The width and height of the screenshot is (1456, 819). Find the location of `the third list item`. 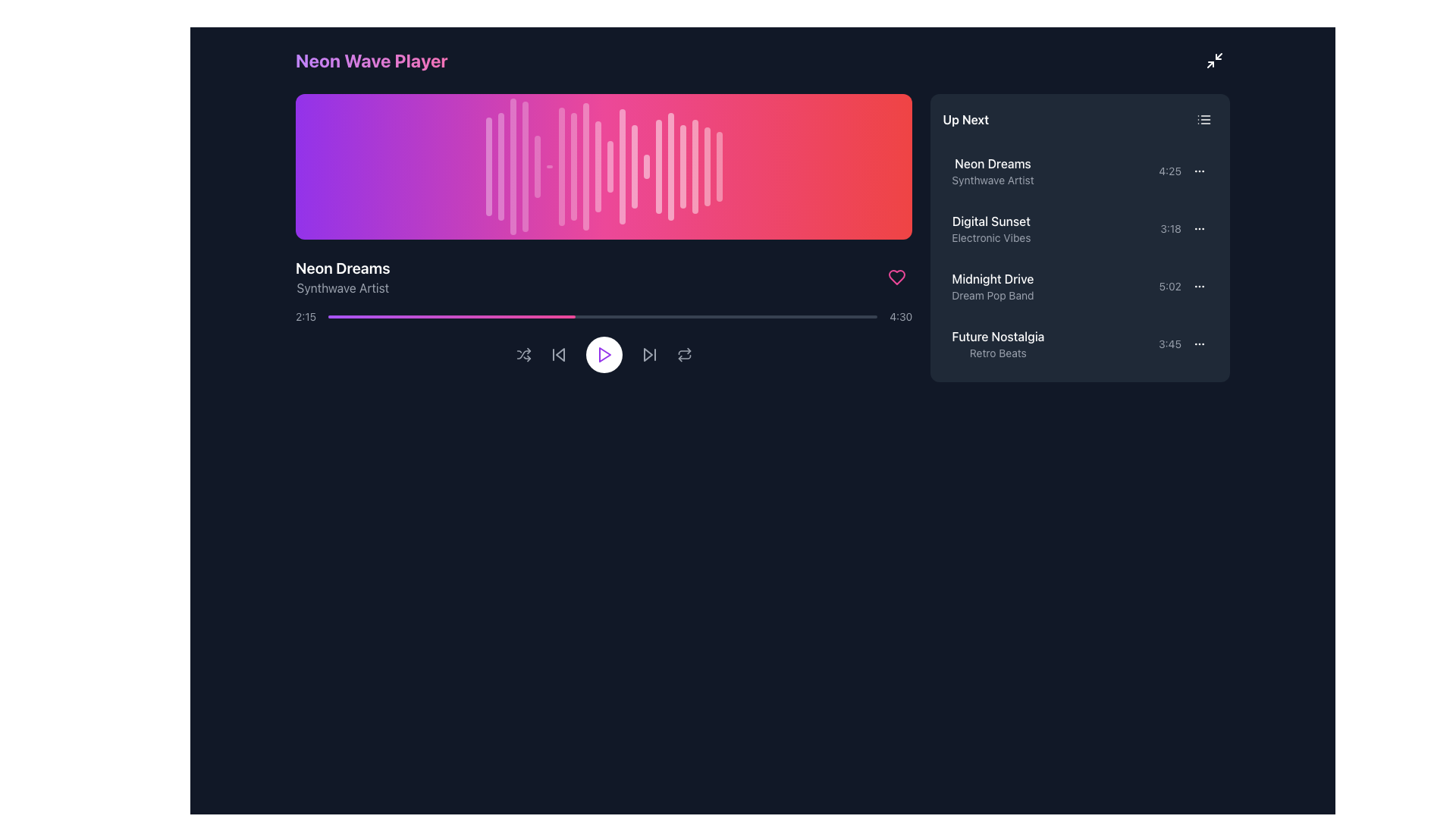

the third list item is located at coordinates (1079, 287).